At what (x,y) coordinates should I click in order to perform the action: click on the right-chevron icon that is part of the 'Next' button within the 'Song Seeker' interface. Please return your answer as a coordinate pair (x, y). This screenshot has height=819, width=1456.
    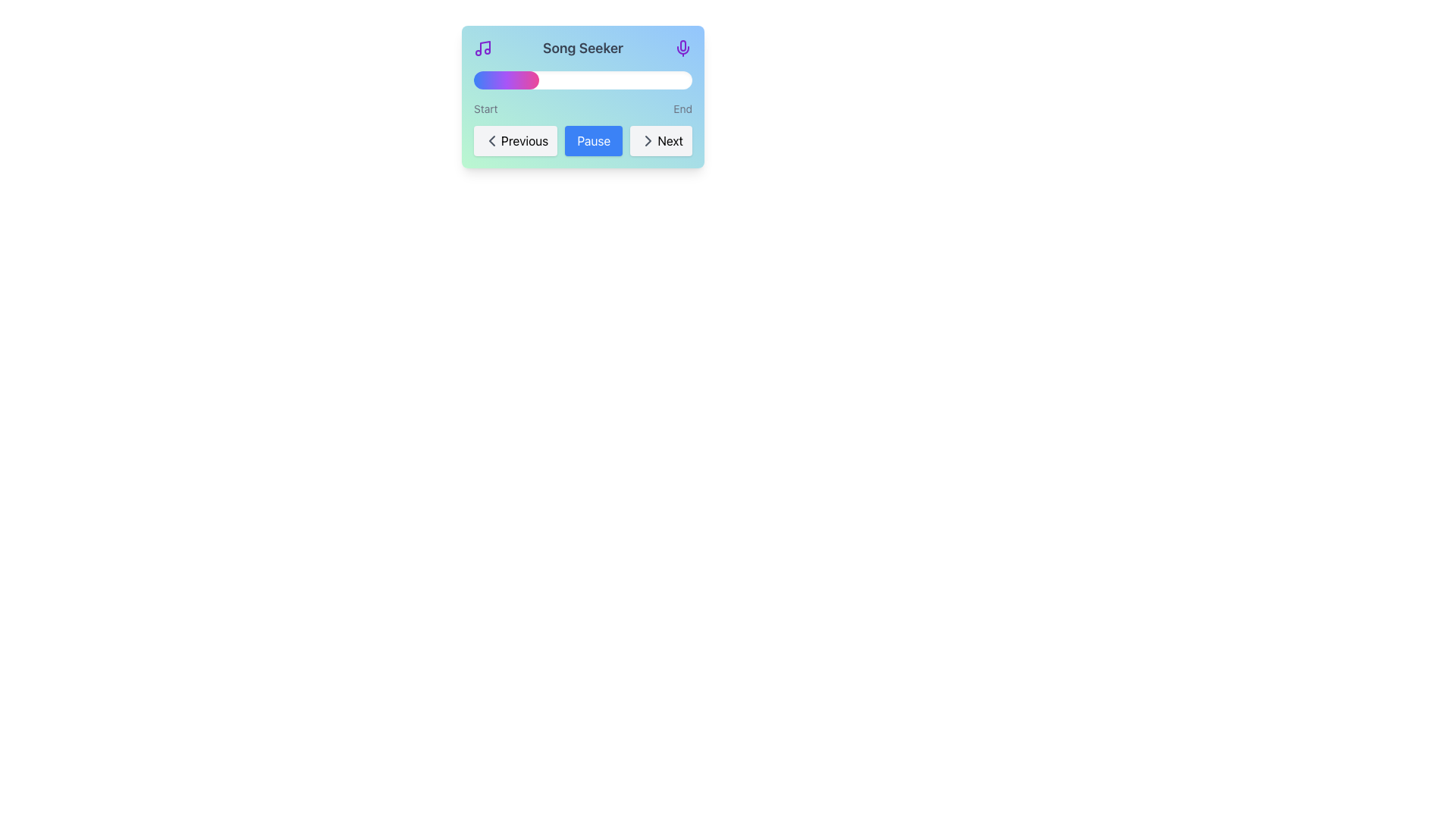
    Looking at the image, I should click on (648, 140).